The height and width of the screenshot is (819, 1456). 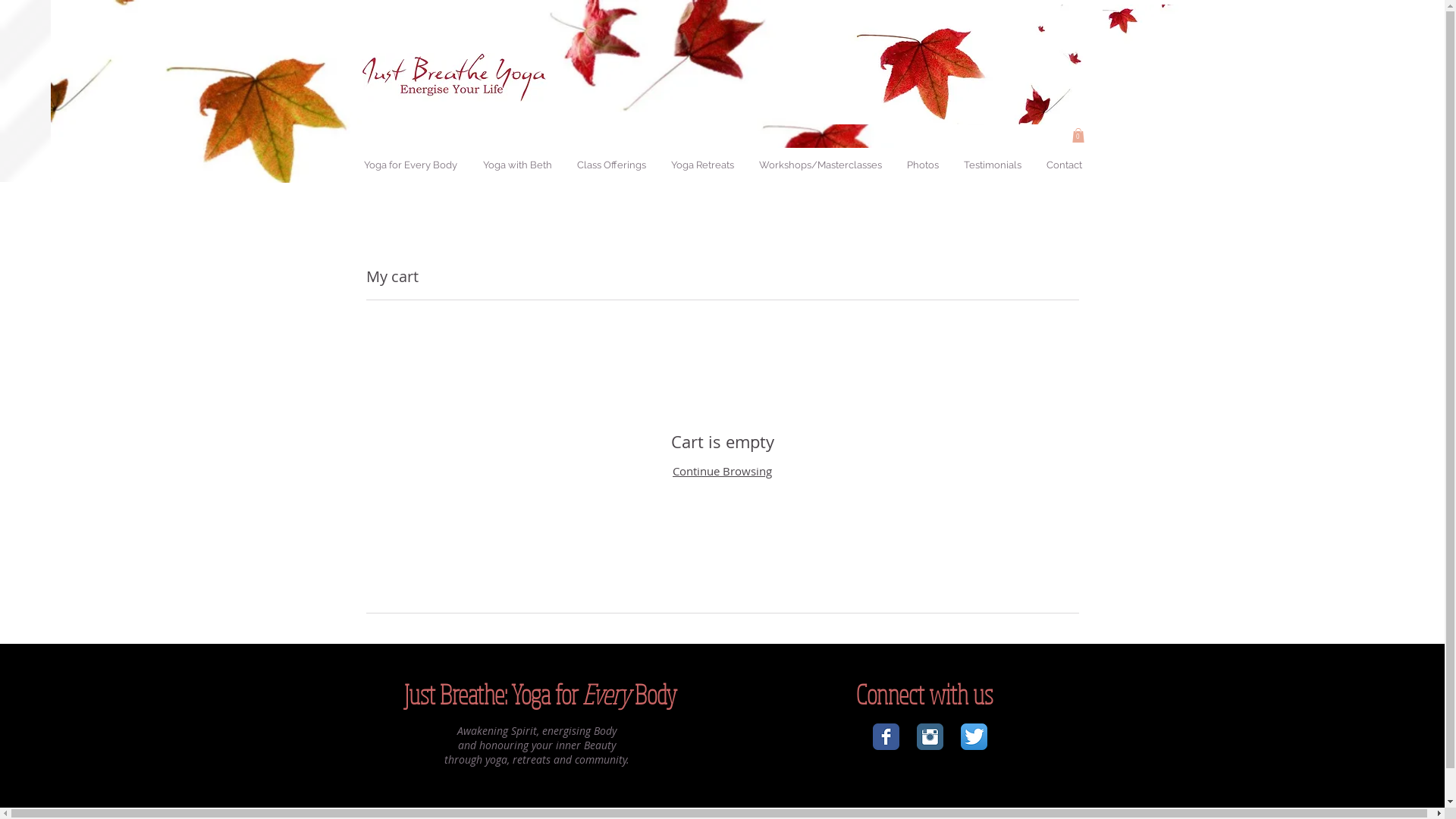 I want to click on '0', so click(x=1077, y=134).